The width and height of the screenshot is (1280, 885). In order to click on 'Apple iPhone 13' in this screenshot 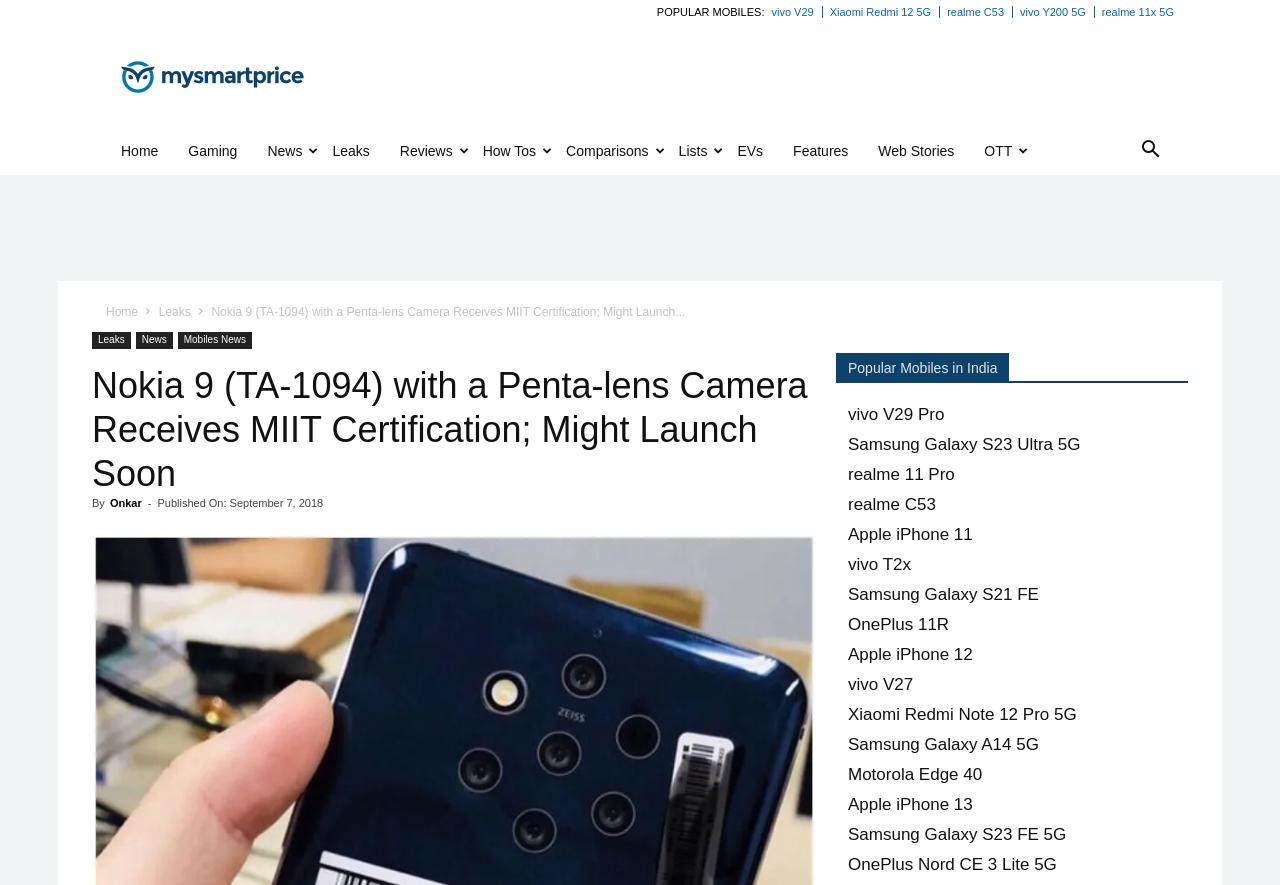, I will do `click(908, 803)`.